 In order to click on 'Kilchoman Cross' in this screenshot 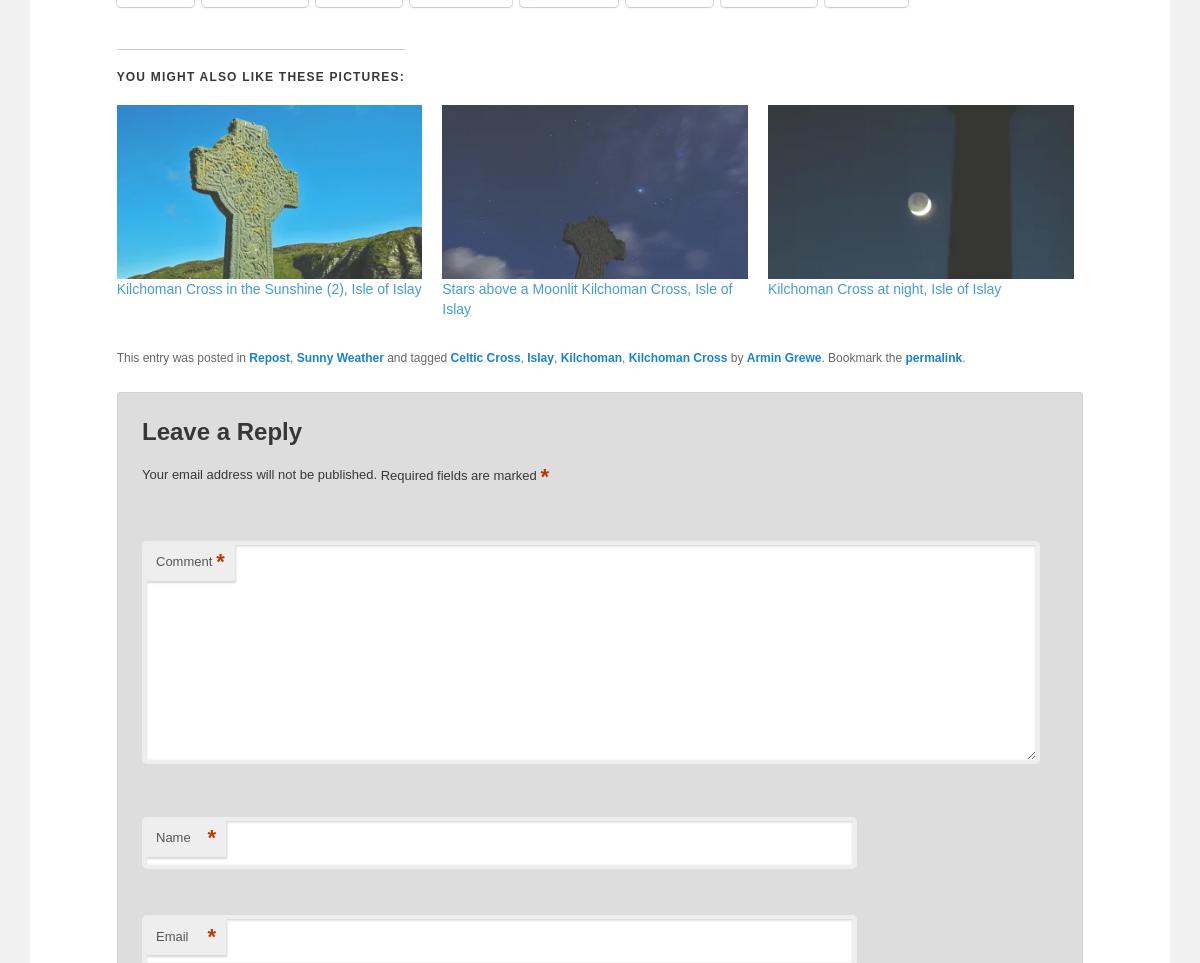, I will do `click(677, 357)`.